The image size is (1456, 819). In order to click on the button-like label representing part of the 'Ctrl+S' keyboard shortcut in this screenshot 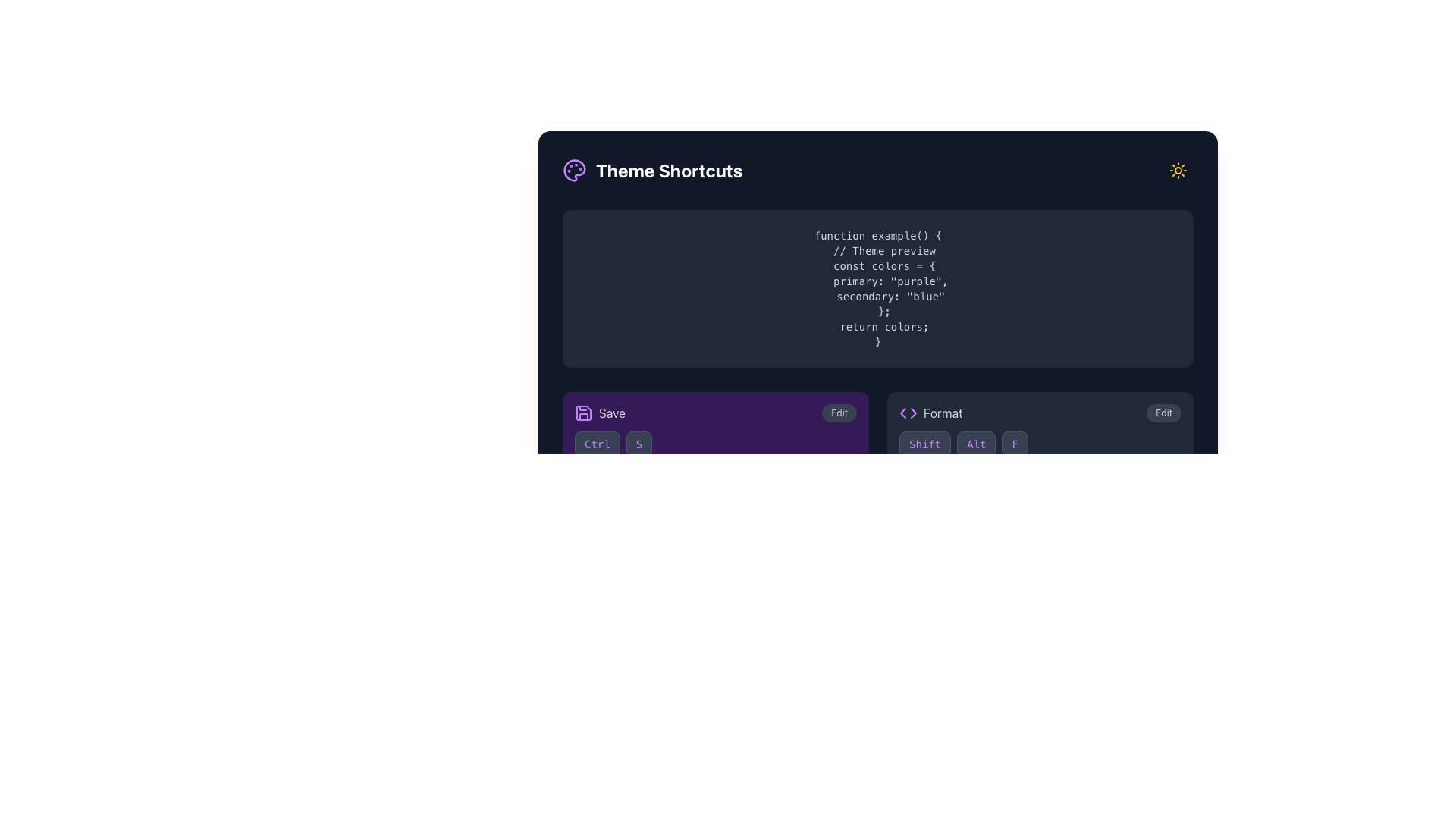, I will do `click(639, 444)`.